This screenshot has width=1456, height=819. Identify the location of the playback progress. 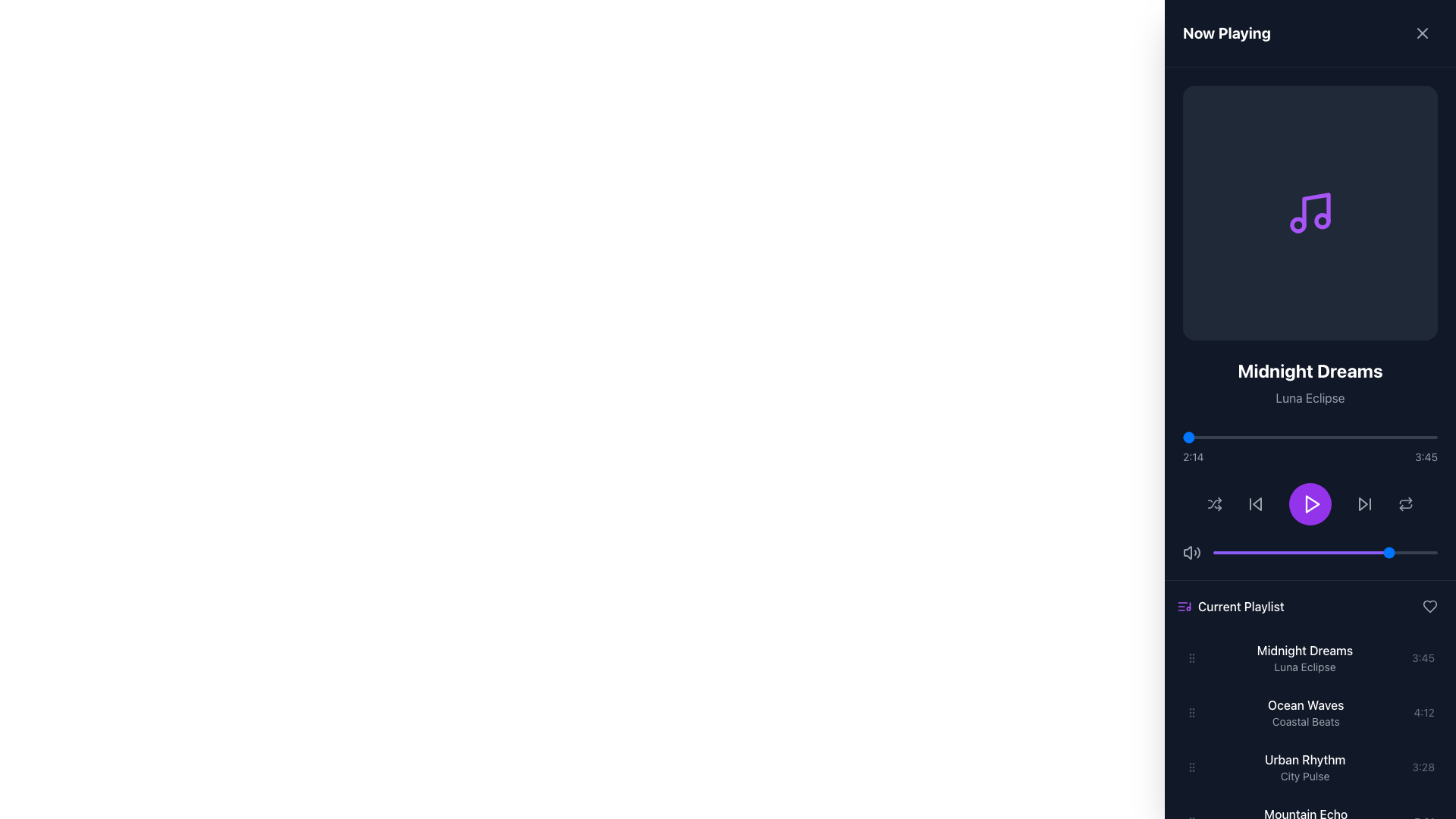
(1289, 438).